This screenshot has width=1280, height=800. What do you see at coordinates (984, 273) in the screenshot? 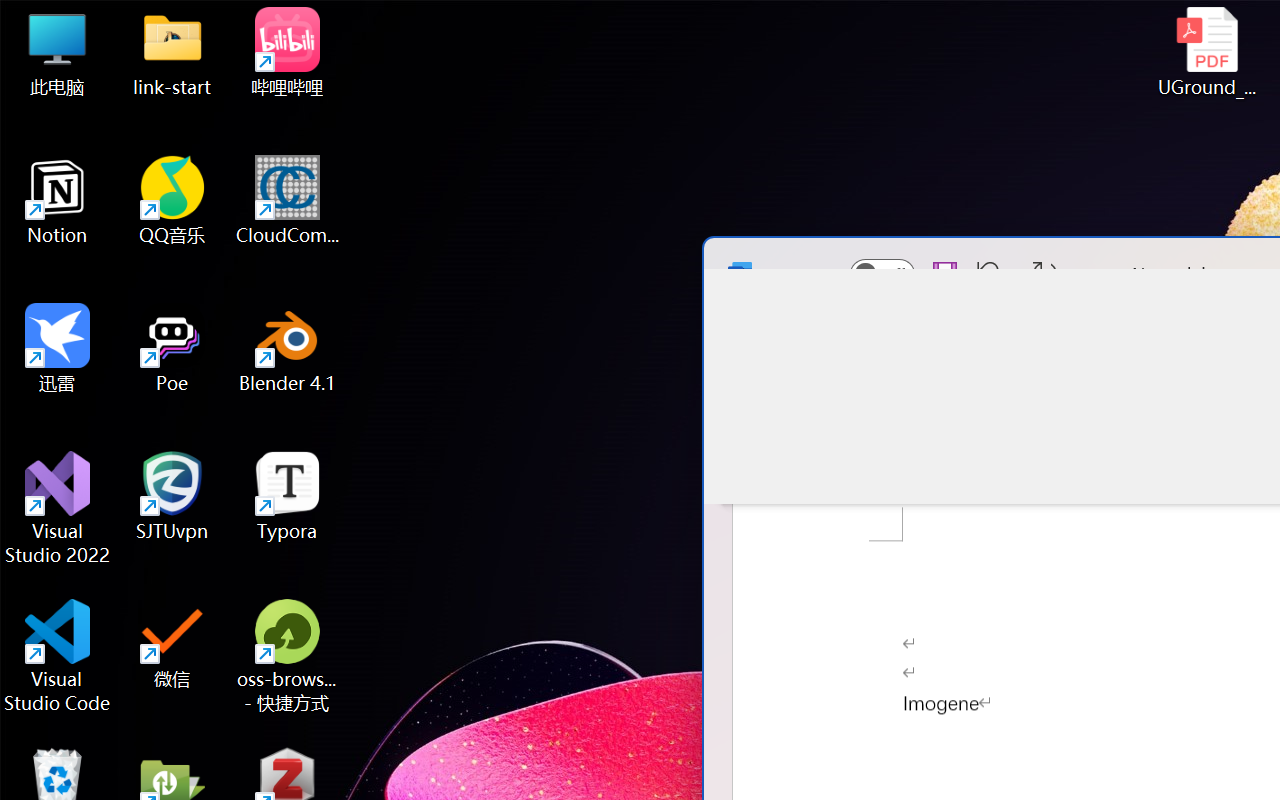
I see `'Undo Paragraph Formatting'` at bounding box center [984, 273].